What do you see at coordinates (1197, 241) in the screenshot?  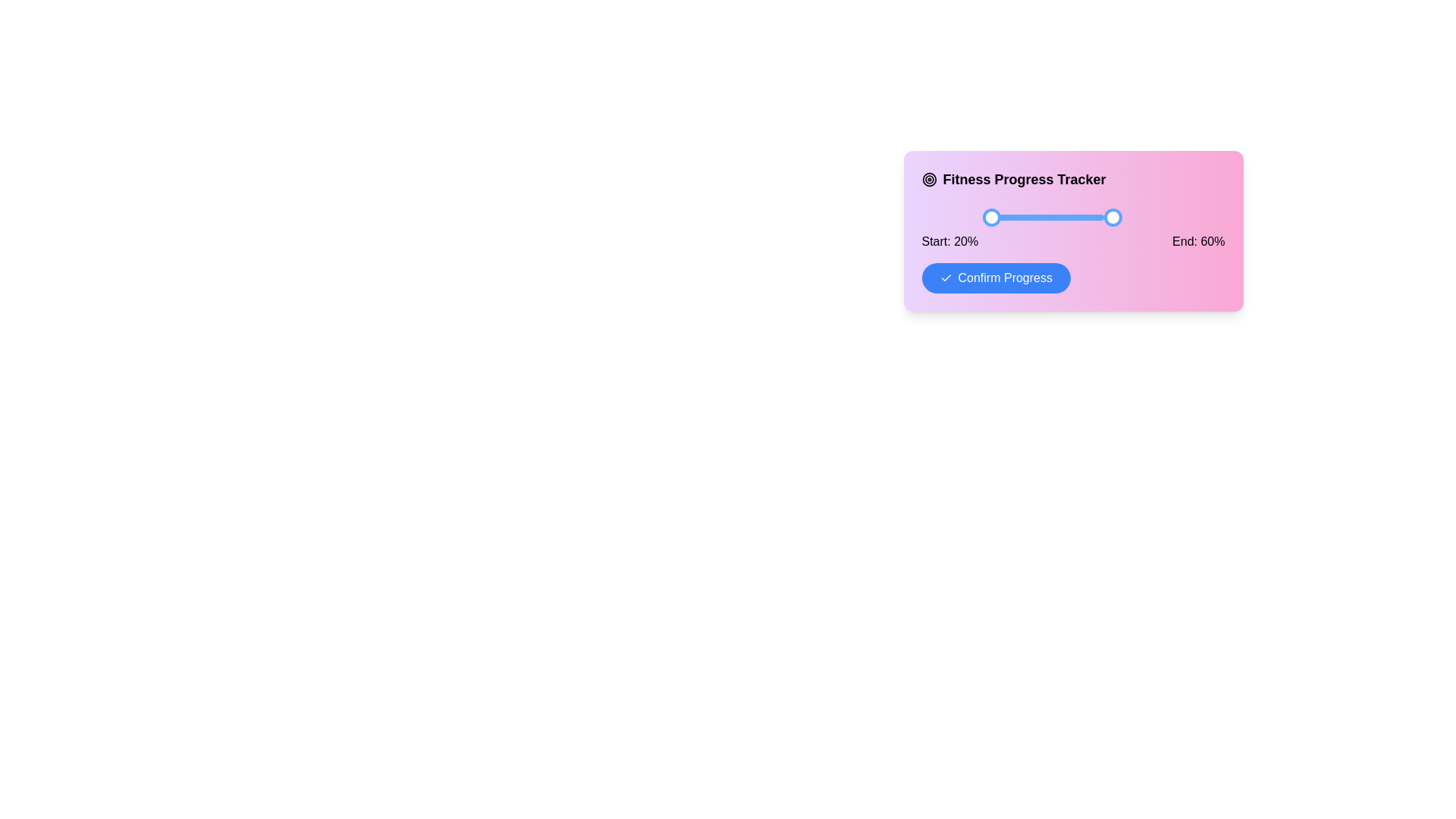 I see `the static text label displaying 'End: 60%' which is positioned to the right of the progress bar within a gradient background card` at bounding box center [1197, 241].